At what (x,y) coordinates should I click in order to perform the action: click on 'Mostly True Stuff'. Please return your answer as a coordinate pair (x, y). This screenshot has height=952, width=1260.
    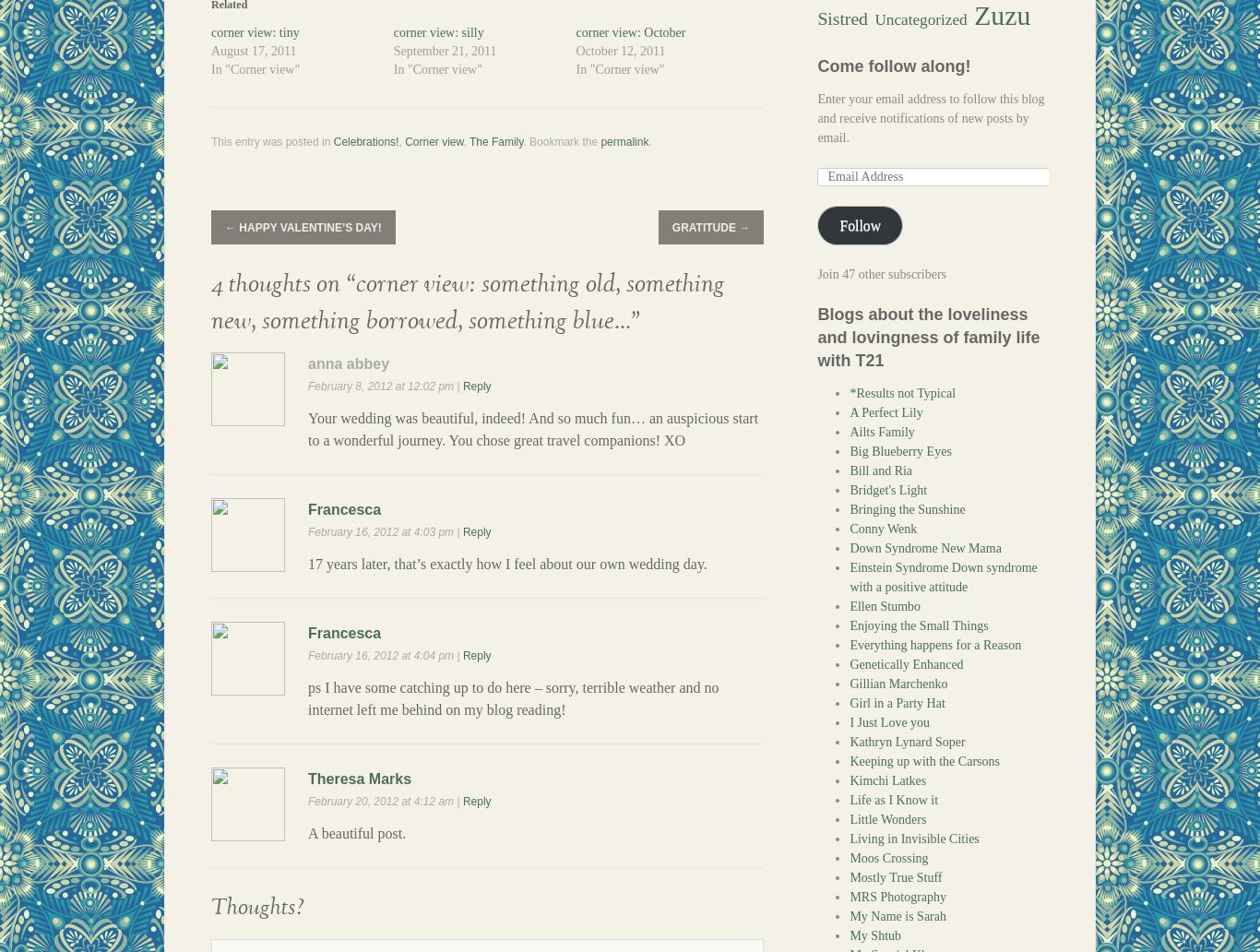
    Looking at the image, I should click on (895, 876).